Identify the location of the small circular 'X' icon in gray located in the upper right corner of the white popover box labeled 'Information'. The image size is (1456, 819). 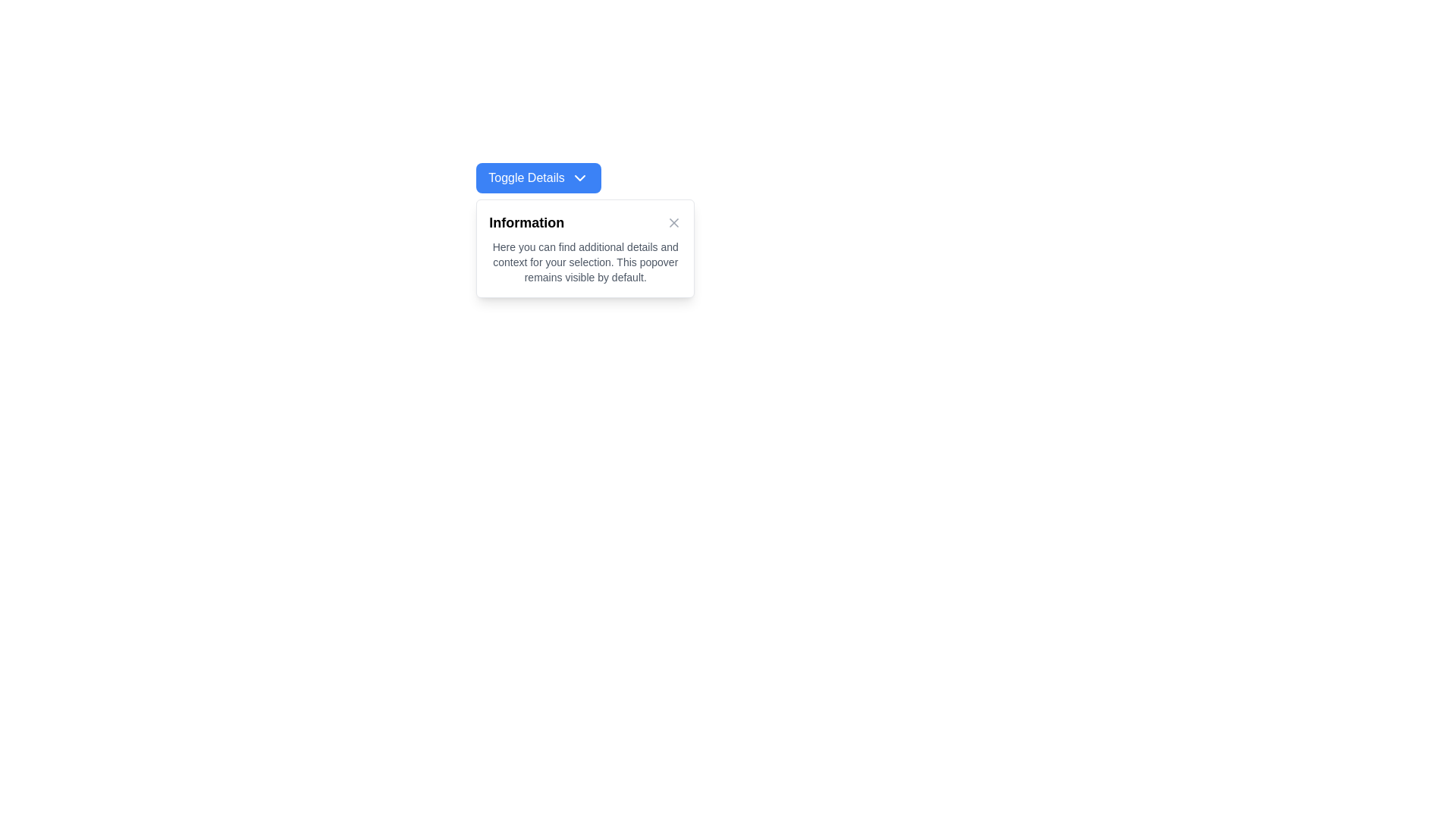
(673, 222).